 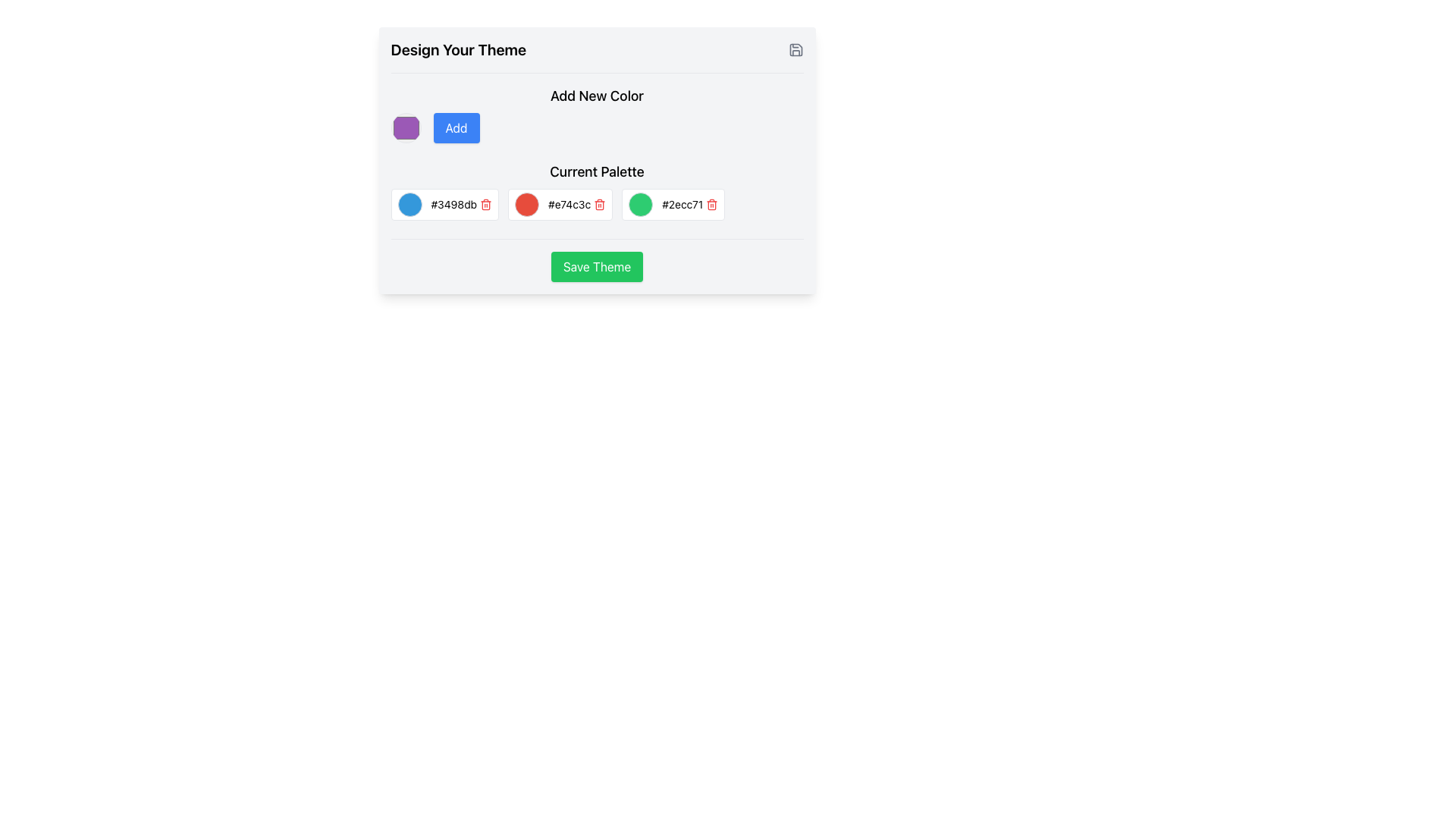 What do you see at coordinates (596, 190) in the screenshot?
I see `the second color entry in the 'Current Palette' section` at bounding box center [596, 190].